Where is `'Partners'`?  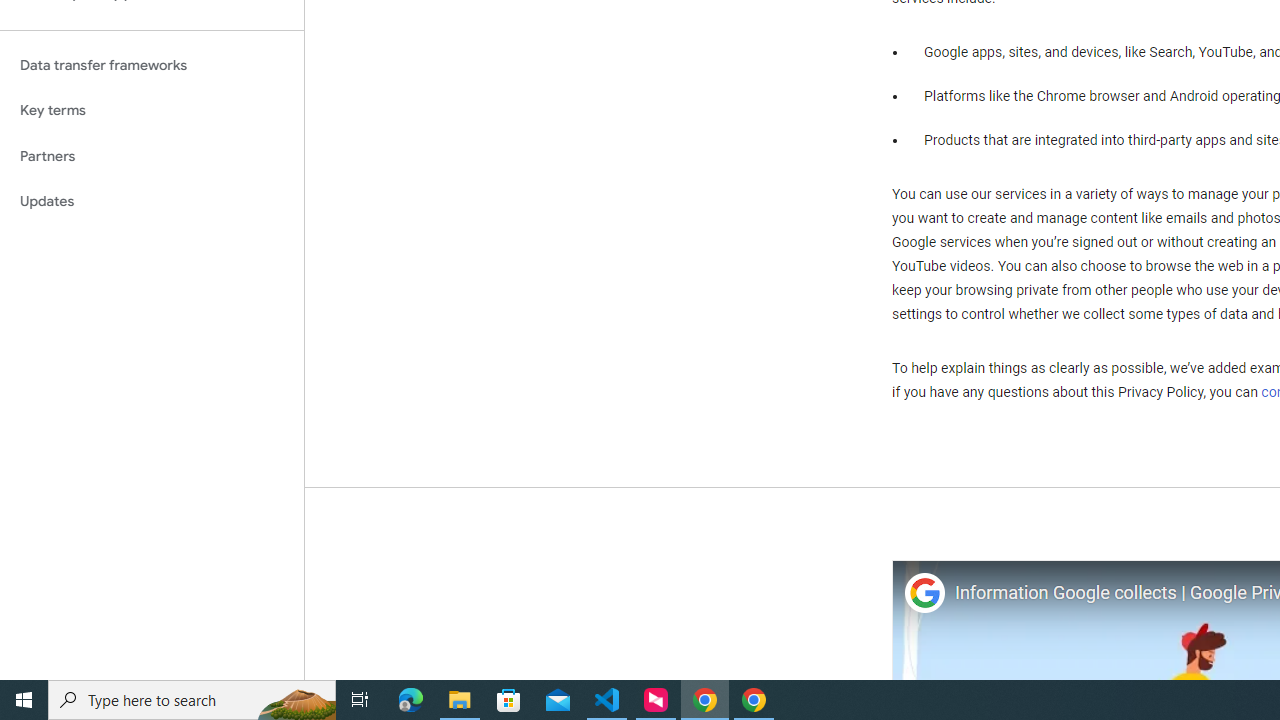 'Partners' is located at coordinates (151, 155).